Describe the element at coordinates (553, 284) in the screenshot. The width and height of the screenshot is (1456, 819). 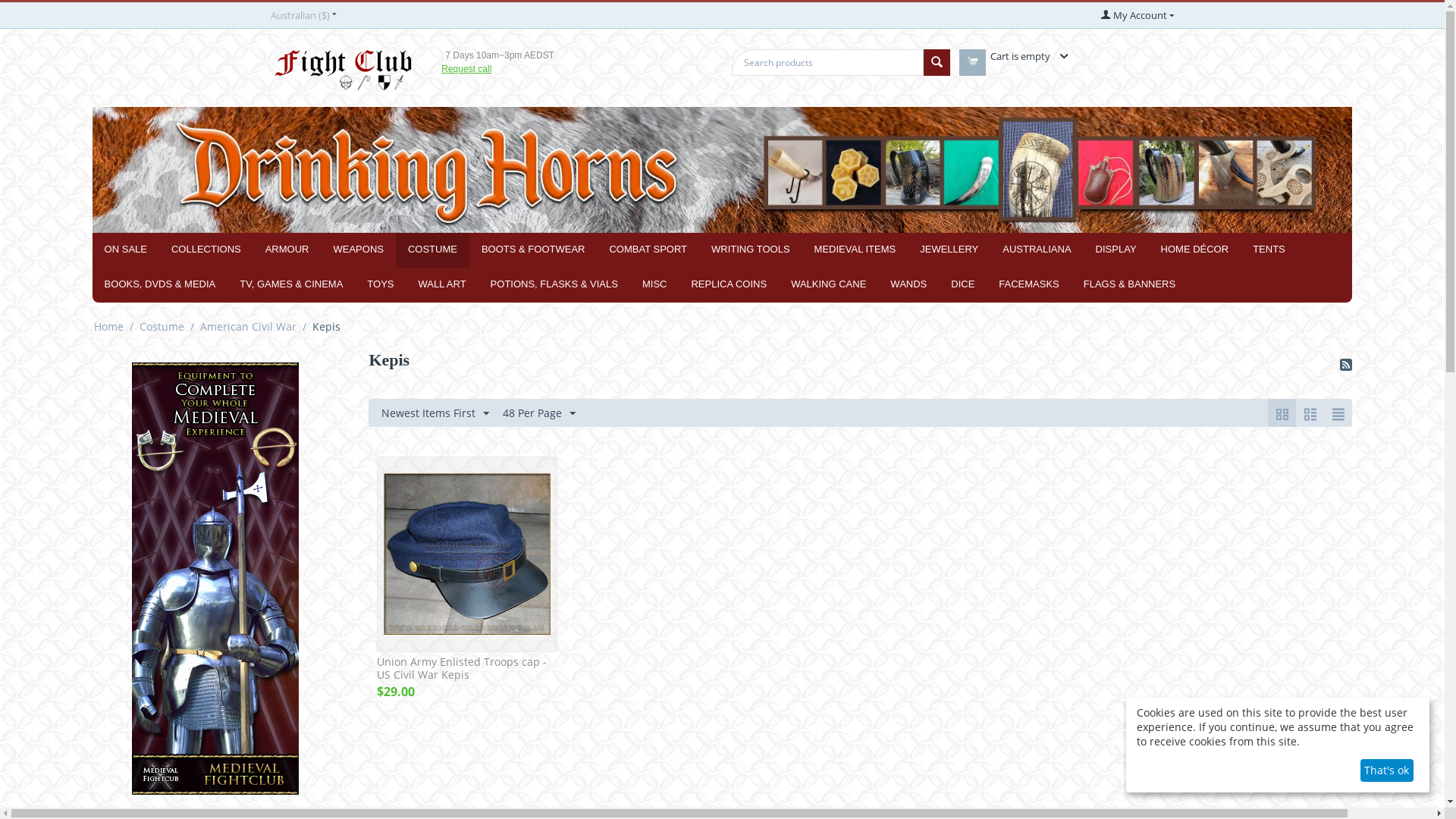
I see `'POTIONS, FLASKS & VIALS'` at that location.